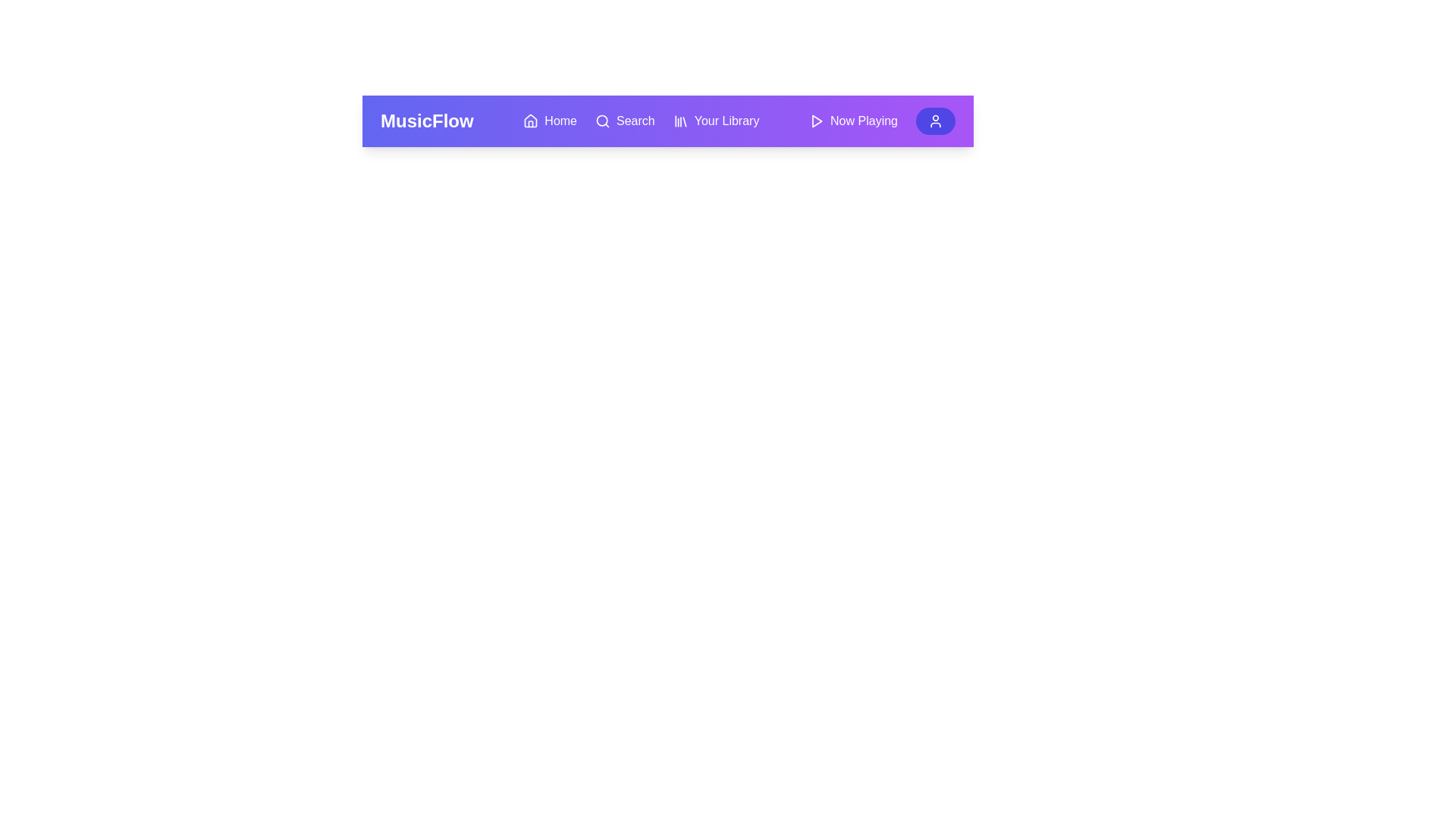  What do you see at coordinates (548, 120) in the screenshot?
I see `the Home button to observe its hover effect` at bounding box center [548, 120].